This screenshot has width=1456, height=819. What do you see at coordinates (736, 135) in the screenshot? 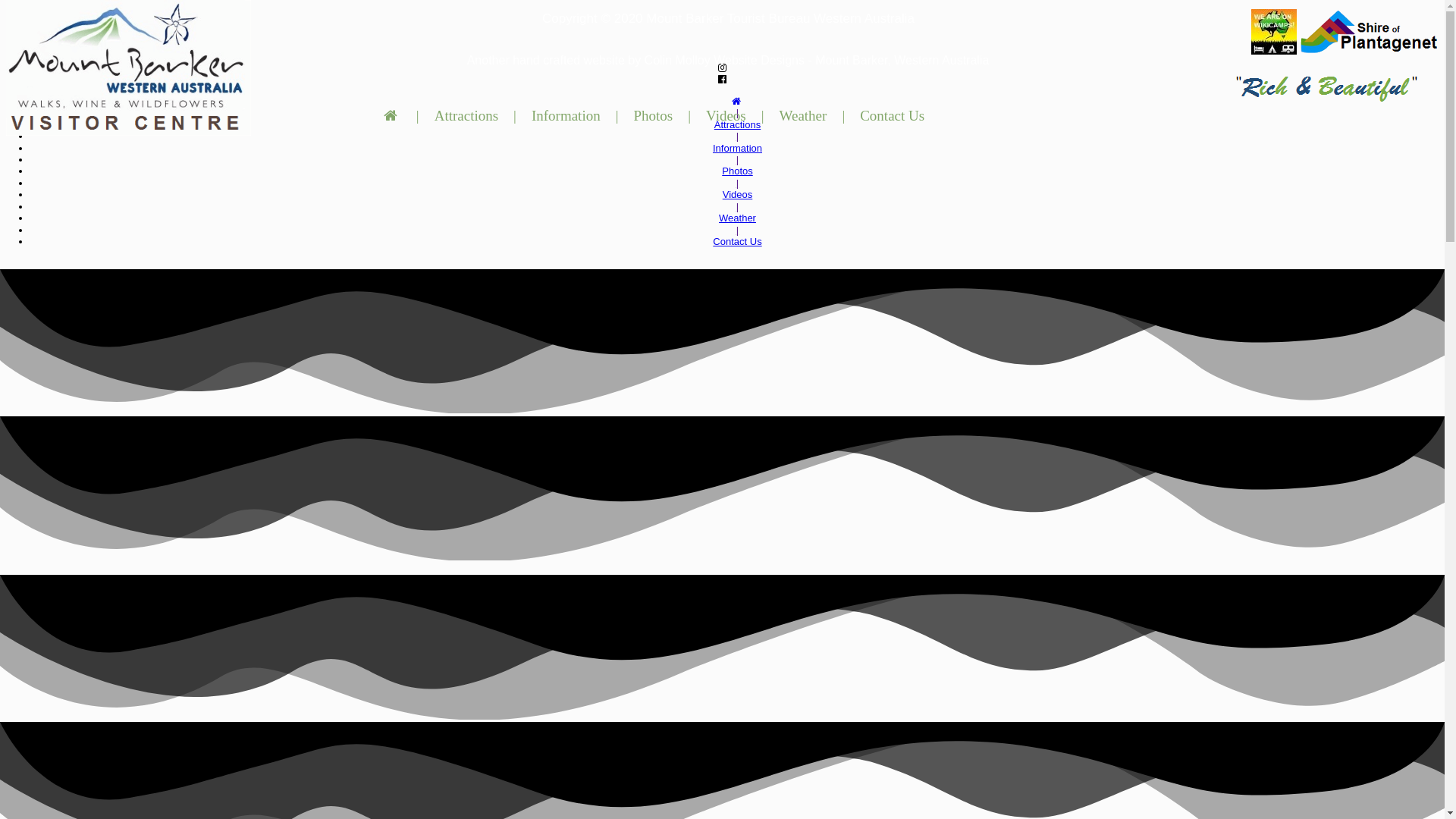
I see `'|'` at bounding box center [736, 135].